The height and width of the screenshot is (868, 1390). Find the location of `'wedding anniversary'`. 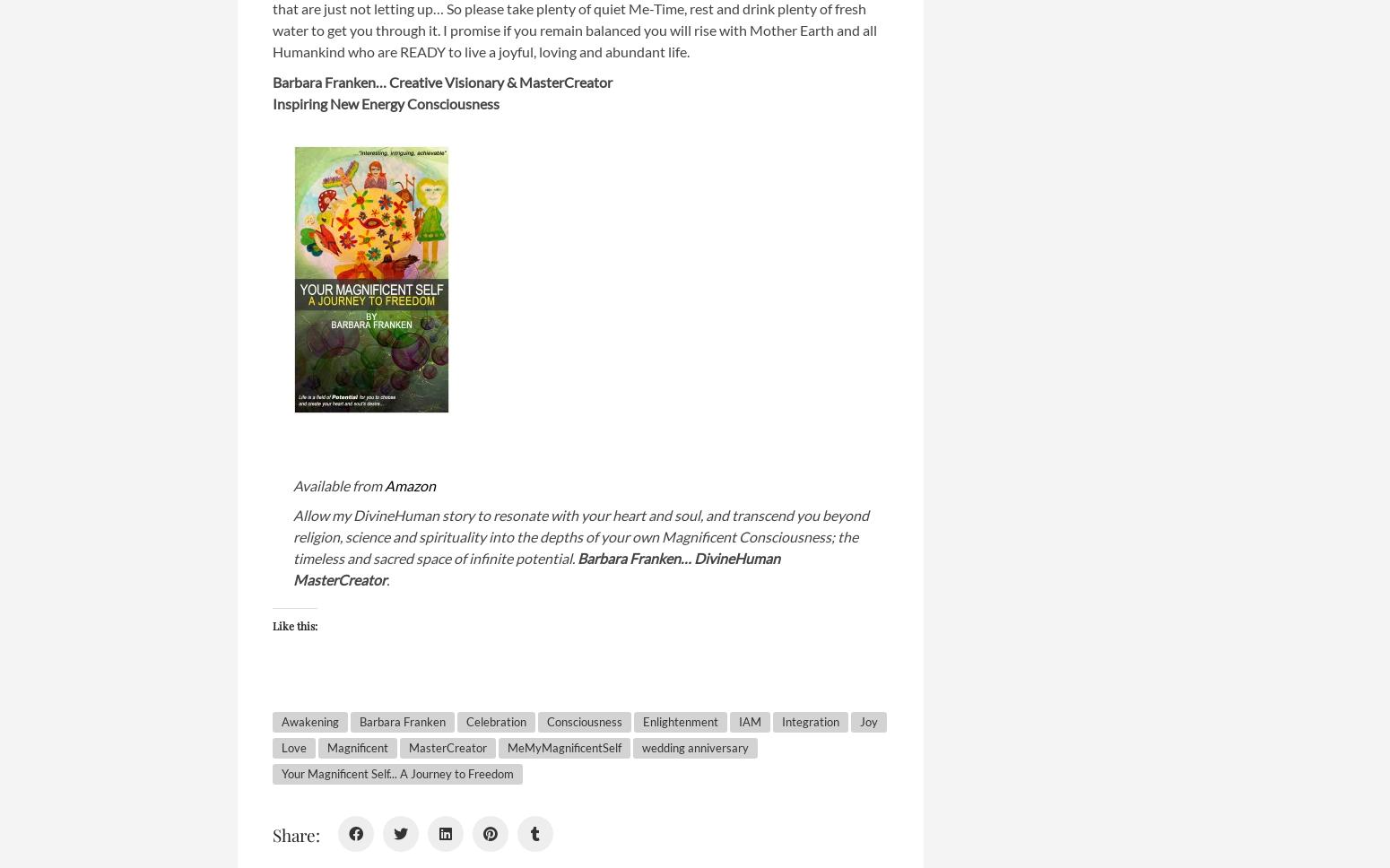

'wedding anniversary' is located at coordinates (695, 746).